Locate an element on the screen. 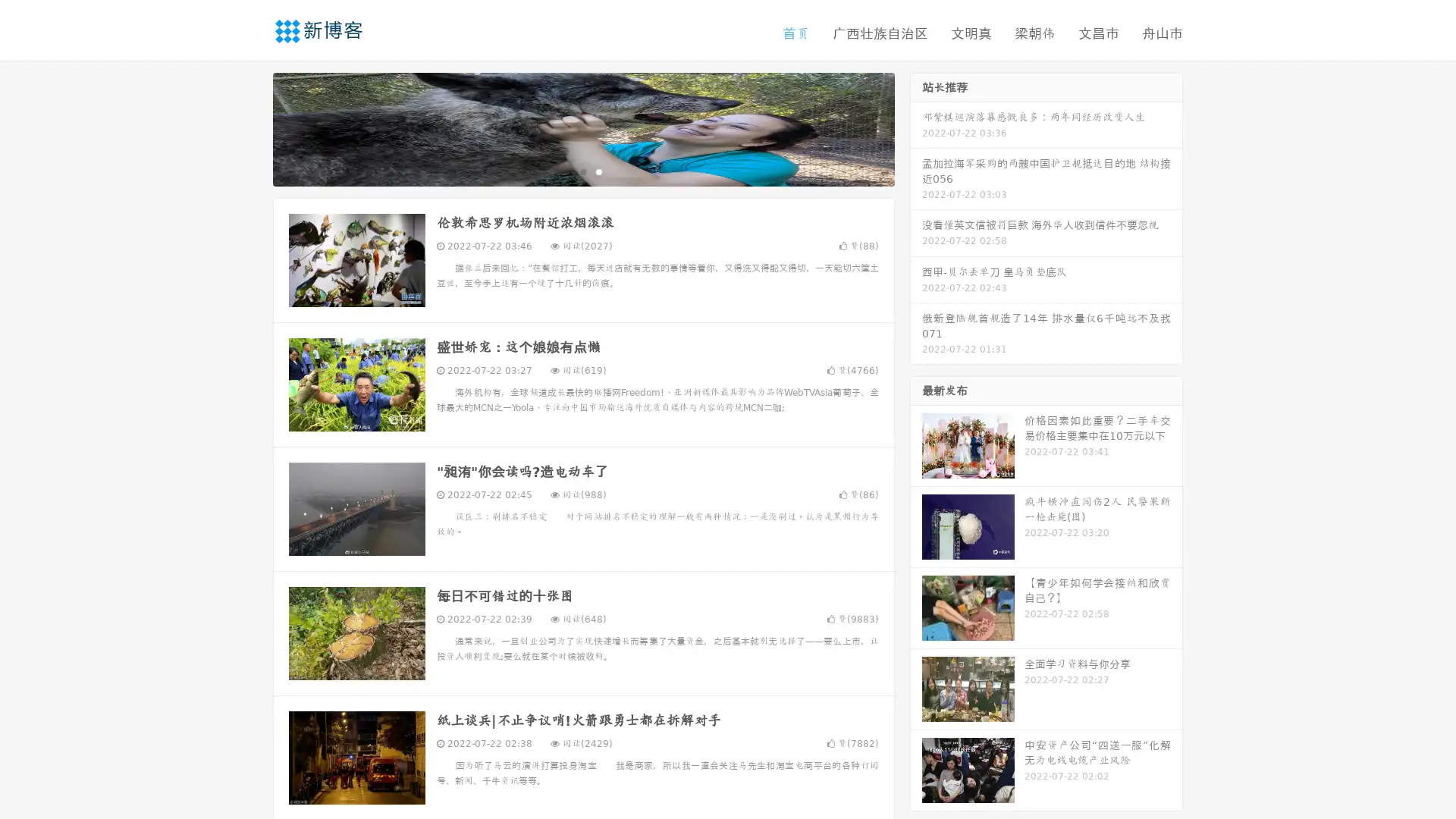 The image size is (1456, 819). Go to slide 3 is located at coordinates (598, 171).